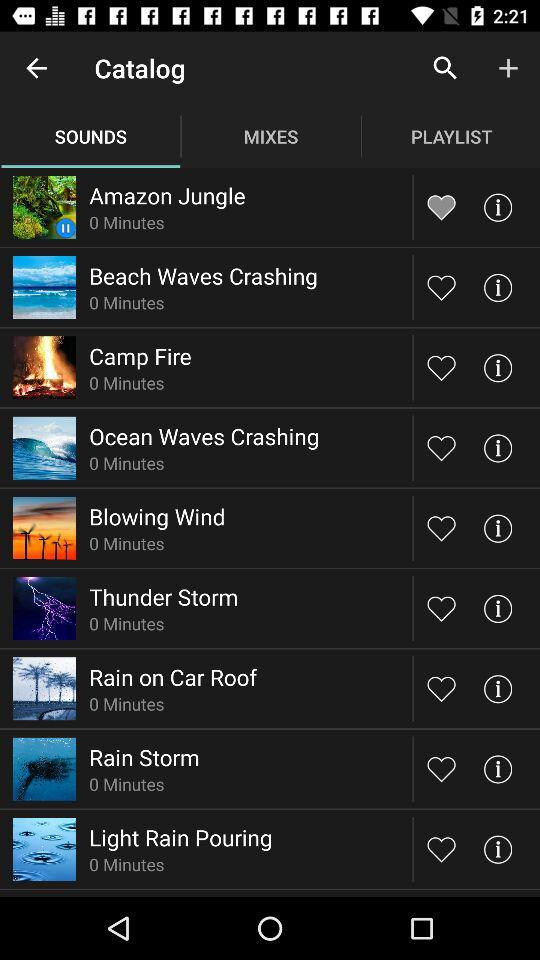 This screenshot has height=960, width=540. Describe the element at coordinates (441, 366) in the screenshot. I see `favorite option` at that location.